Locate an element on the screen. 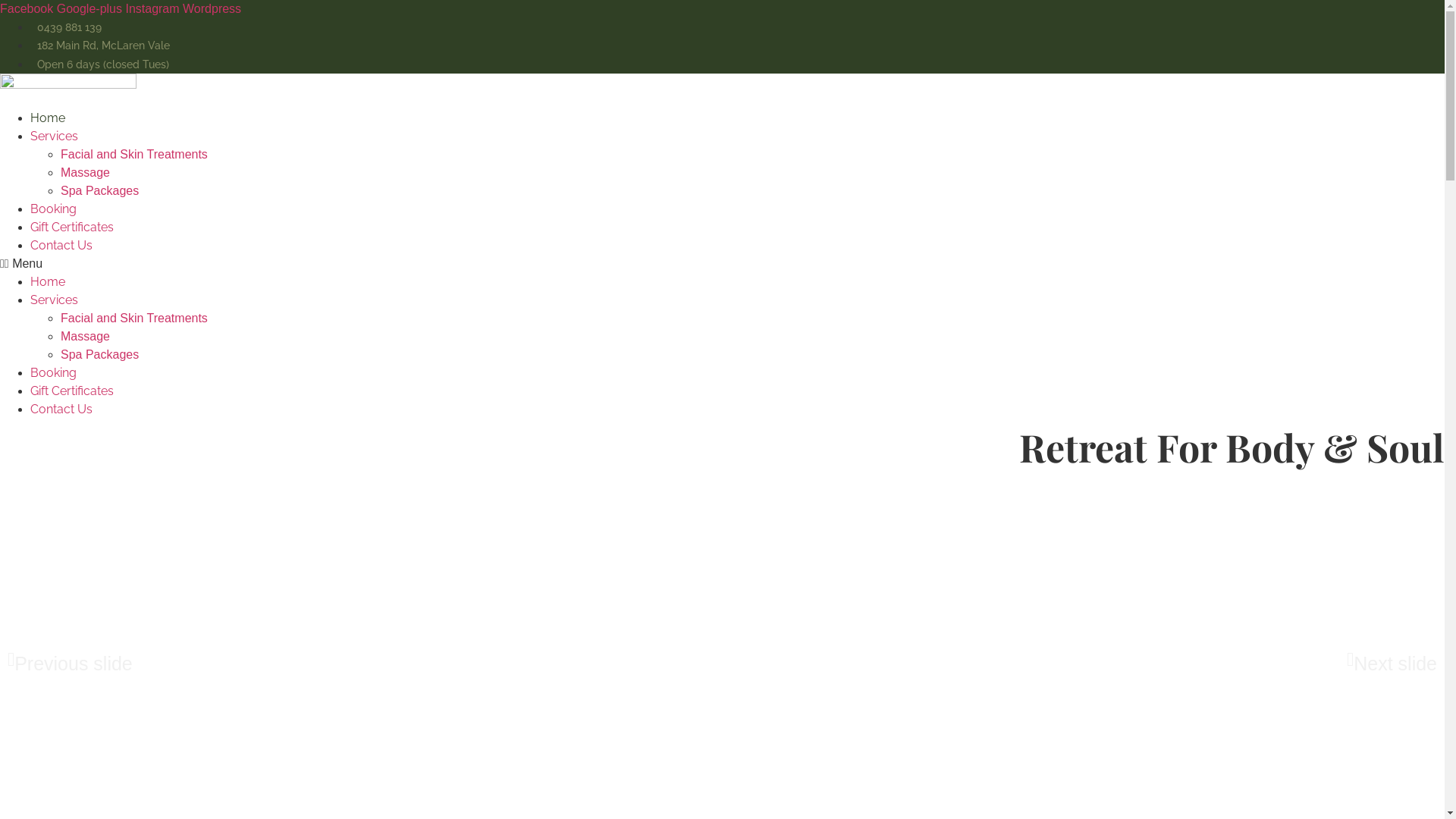 The height and width of the screenshot is (819, 1456). 'Wordpress' is located at coordinates (211, 8).